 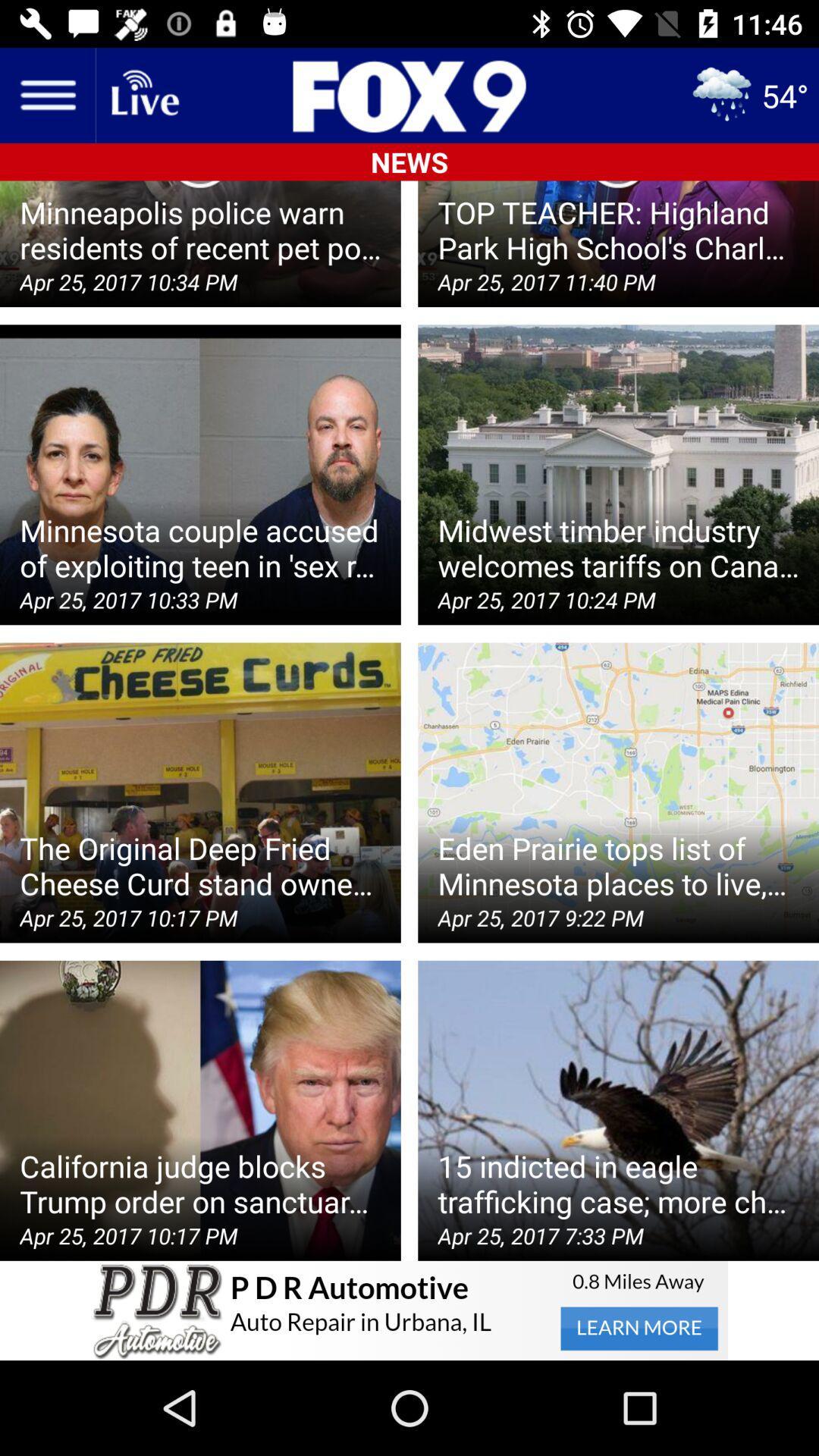 I want to click on the menu icon, so click(x=46, y=94).